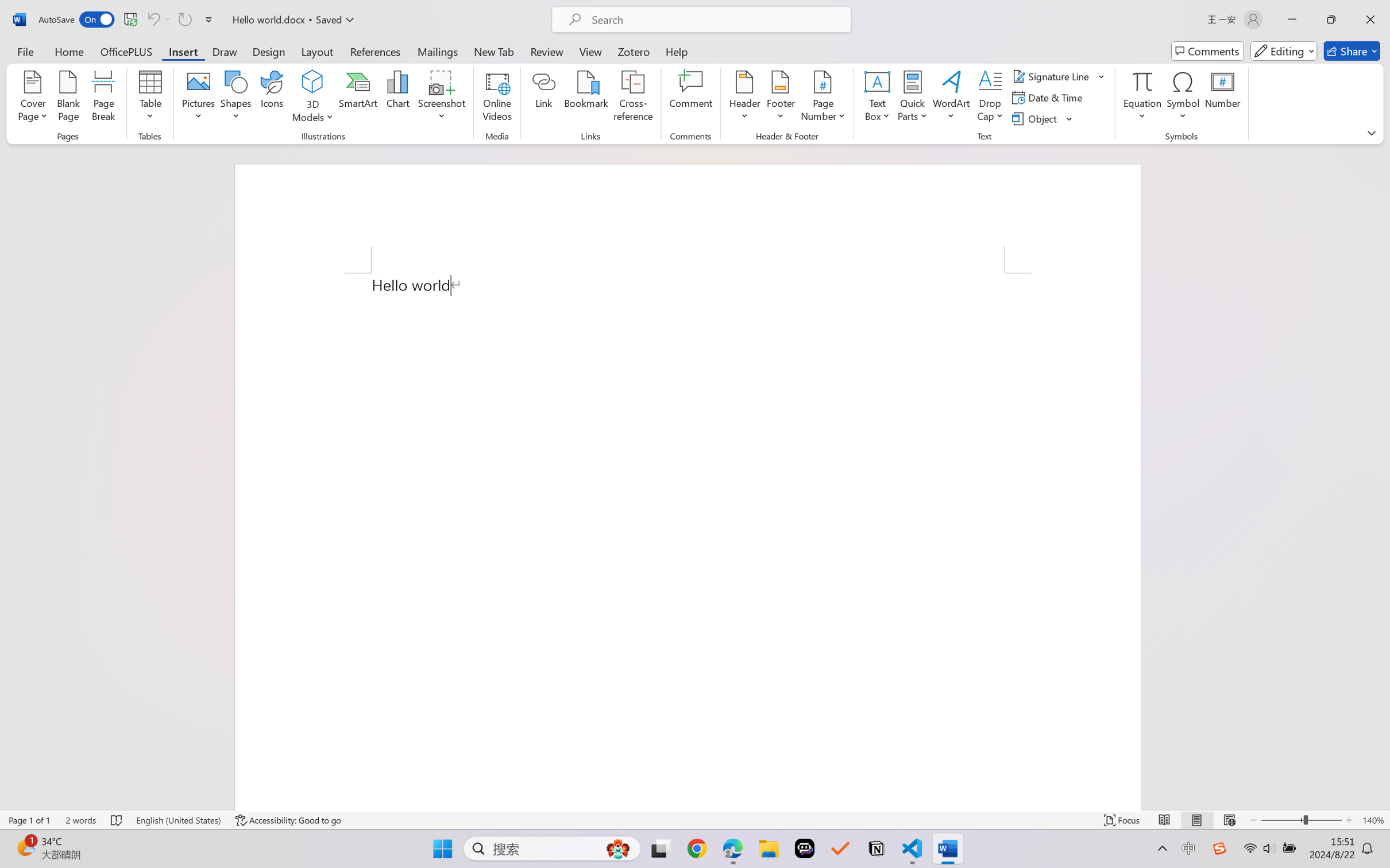 This screenshot has width=1390, height=868. What do you see at coordinates (33, 98) in the screenshot?
I see `'Cover Page'` at bounding box center [33, 98].